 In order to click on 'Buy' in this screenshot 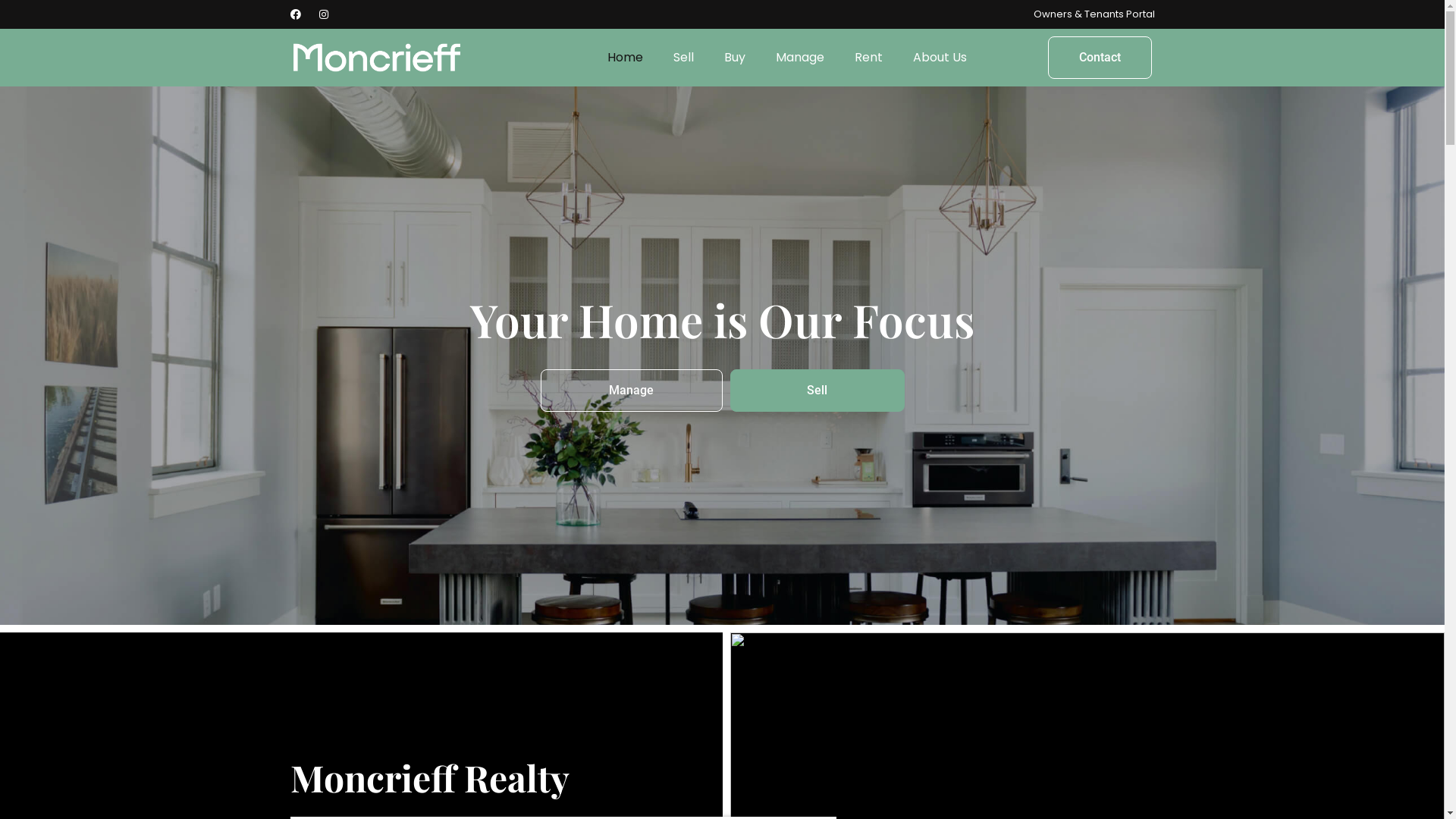, I will do `click(734, 57)`.